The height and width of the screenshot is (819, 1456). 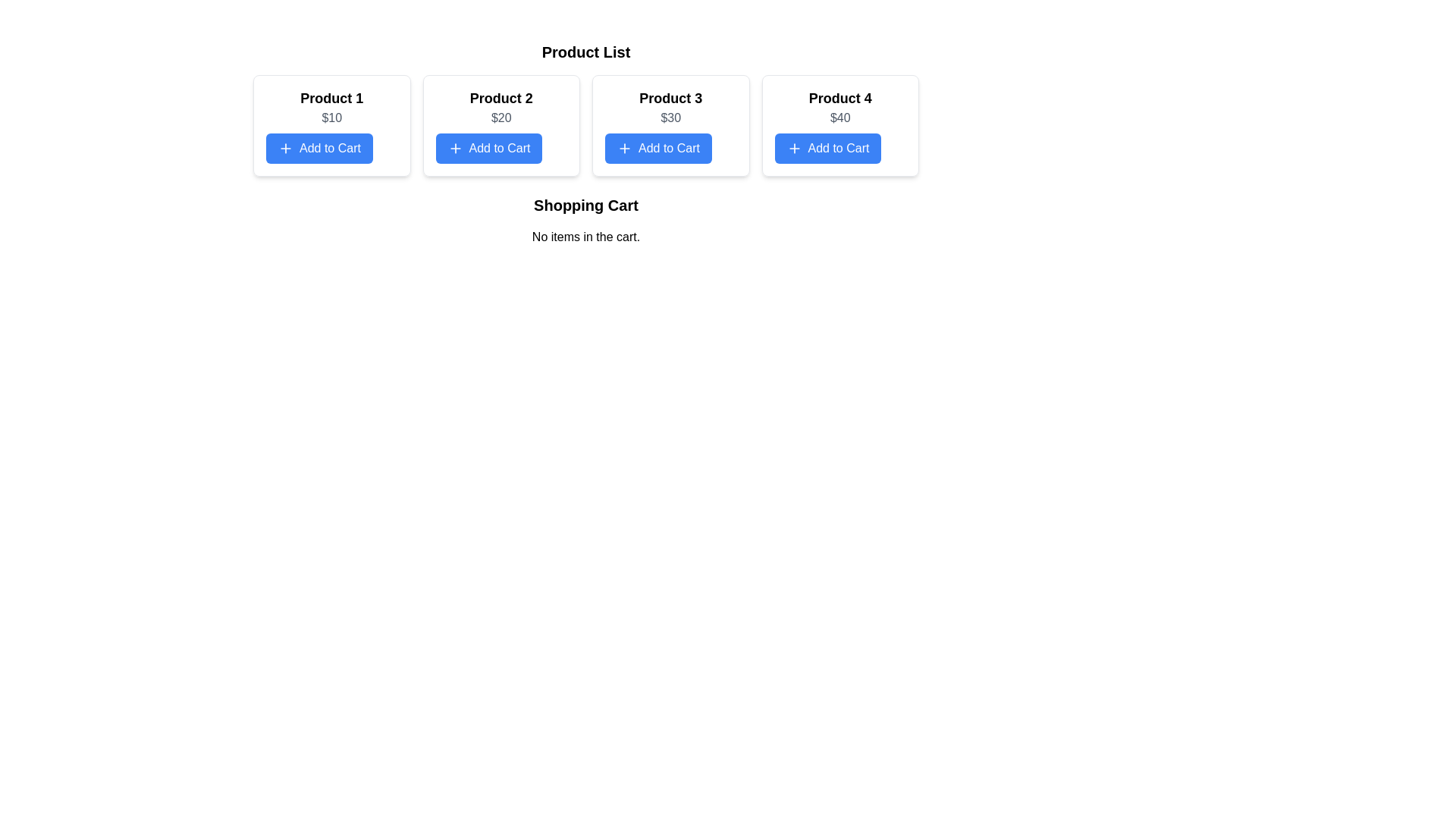 I want to click on the 'Add to Cart' button on the product card located under the 'Product List' heading, which is the third item in a row of four items, so click(x=670, y=124).